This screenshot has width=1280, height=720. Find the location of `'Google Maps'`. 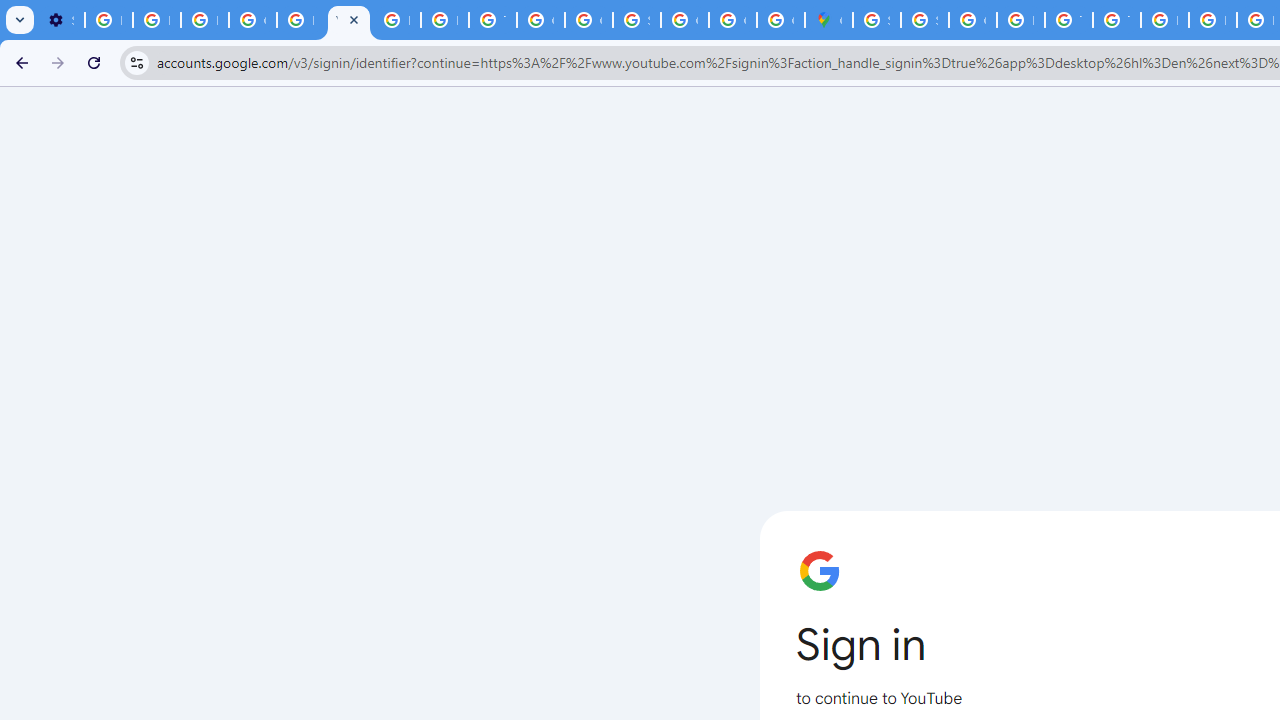

'Google Maps' is located at coordinates (828, 20).